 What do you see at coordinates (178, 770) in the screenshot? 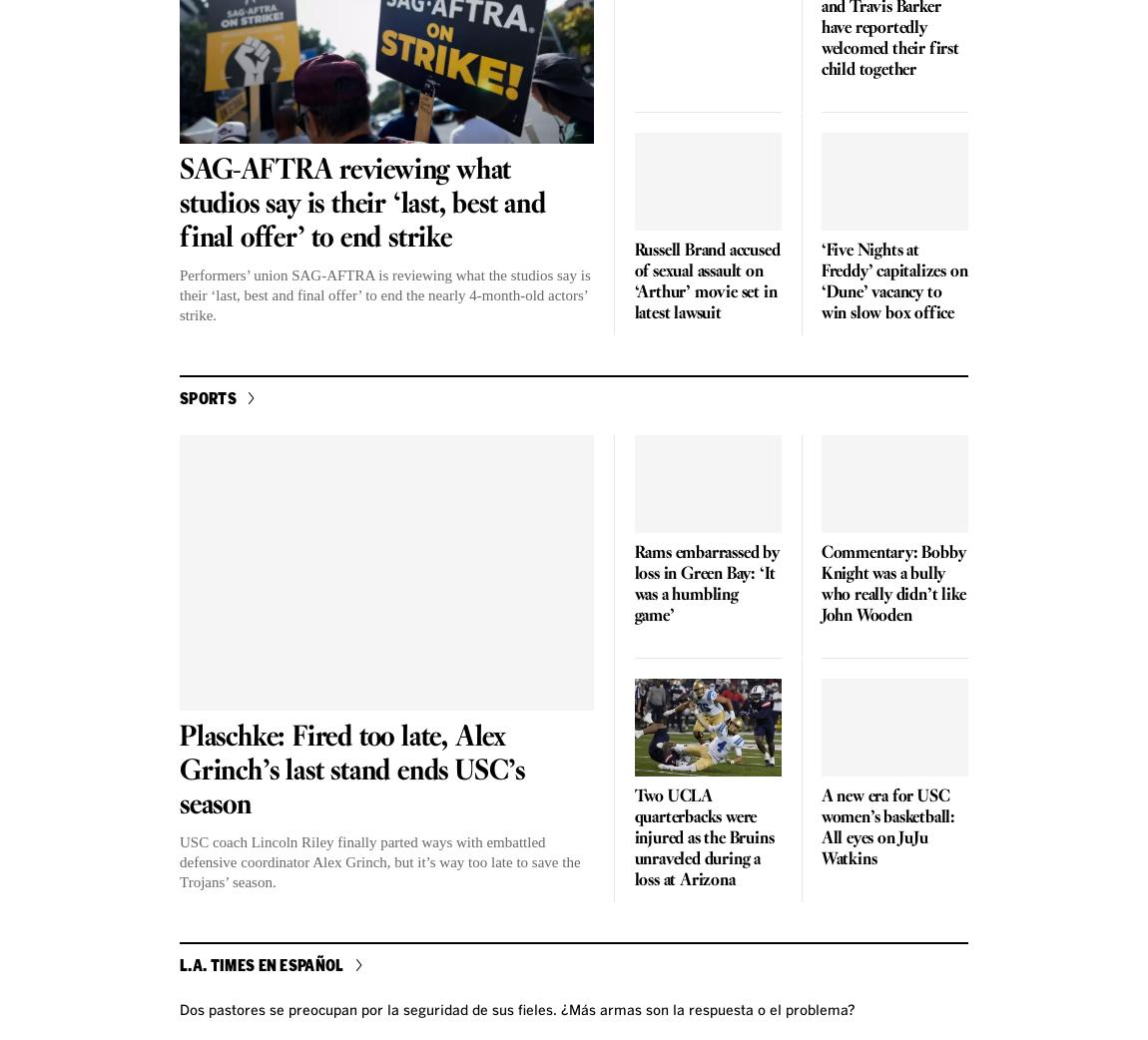
I see `'Plaschke: Fired too late, Alex Grinch’s last stand ends USC’s season'` at bounding box center [178, 770].